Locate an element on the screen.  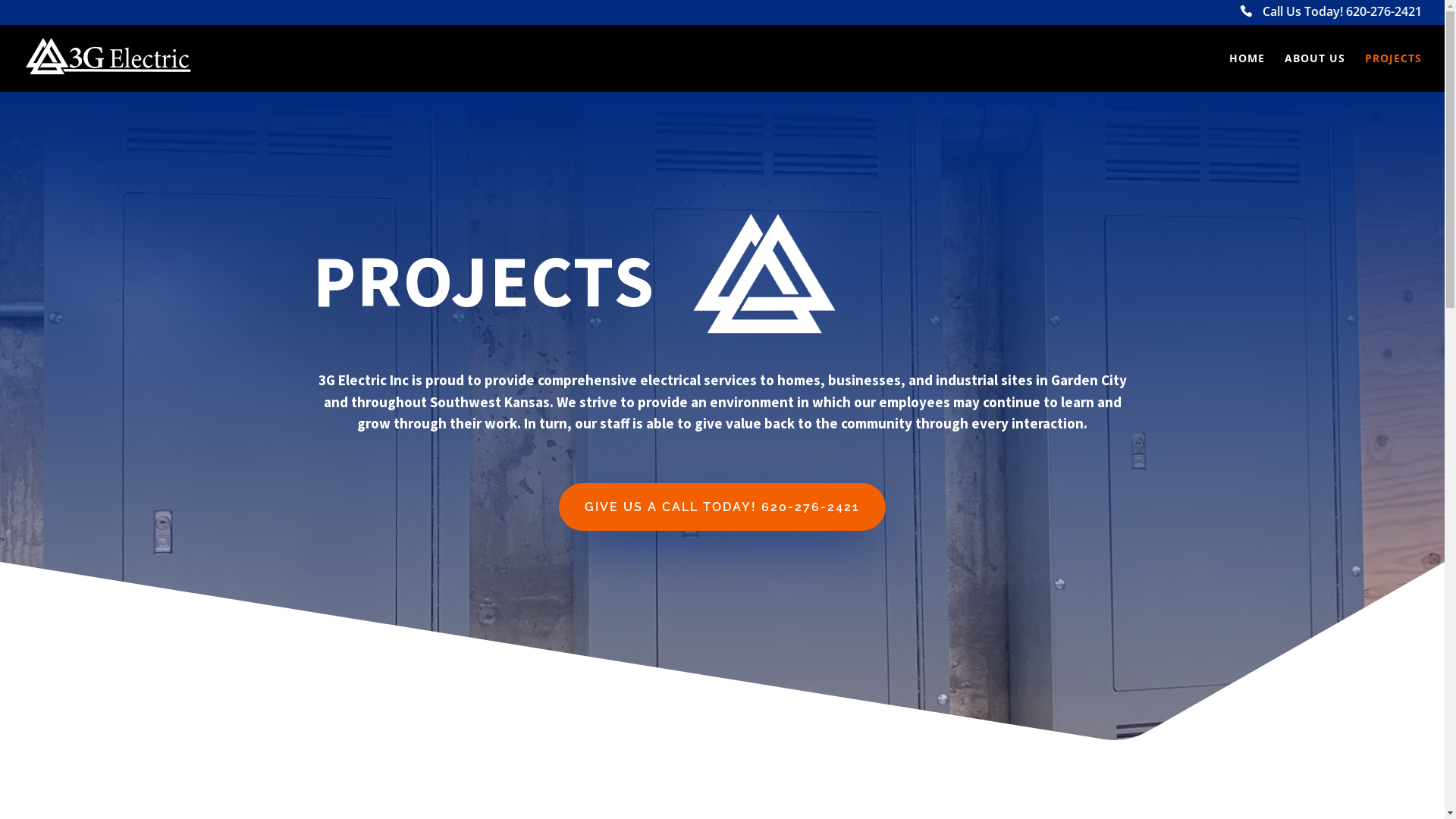
'Call Us Today! 620-276-2421' is located at coordinates (1330, 15).